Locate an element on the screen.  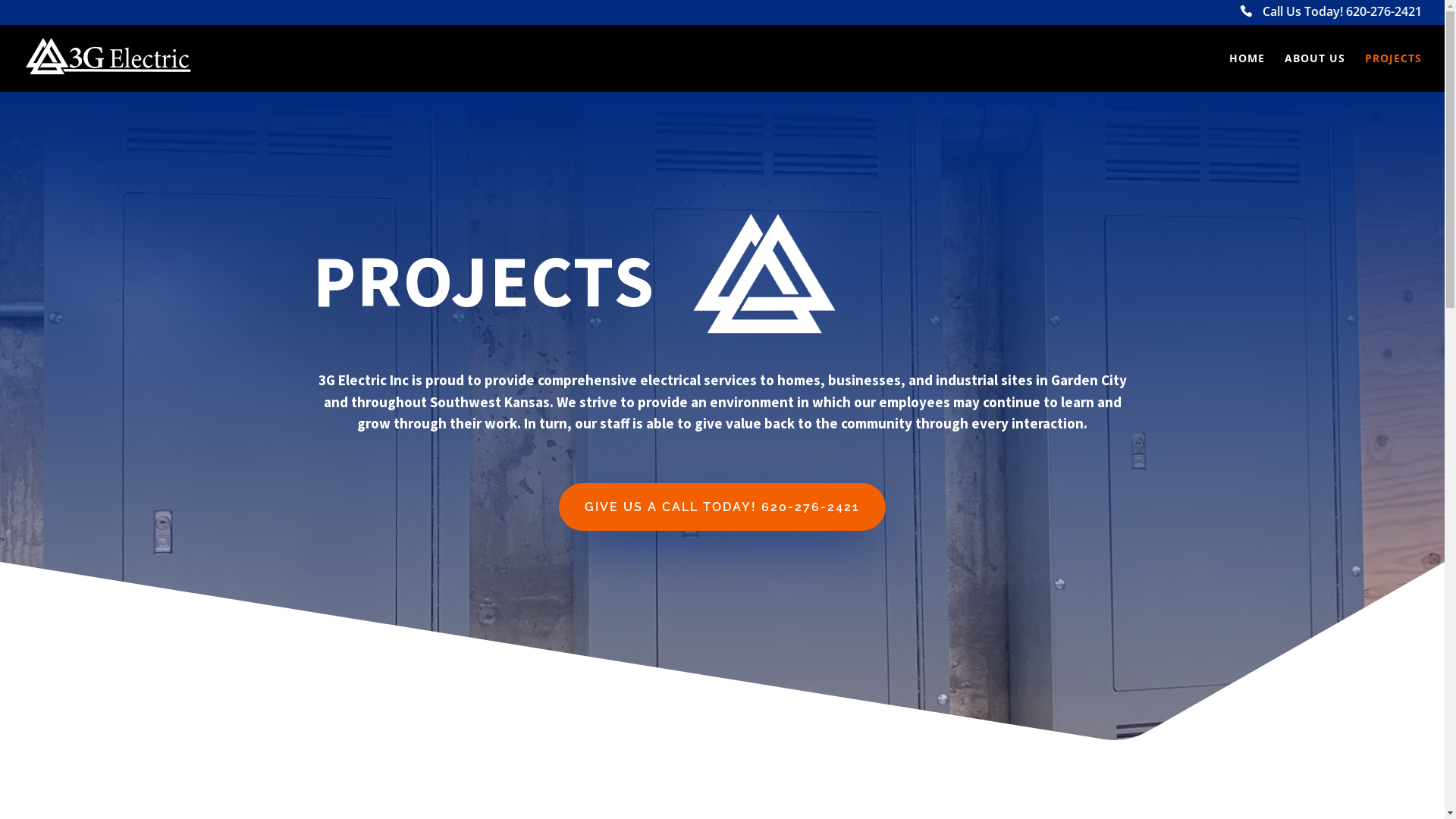
'Call Us Today! 620-276-2421' is located at coordinates (1330, 15).